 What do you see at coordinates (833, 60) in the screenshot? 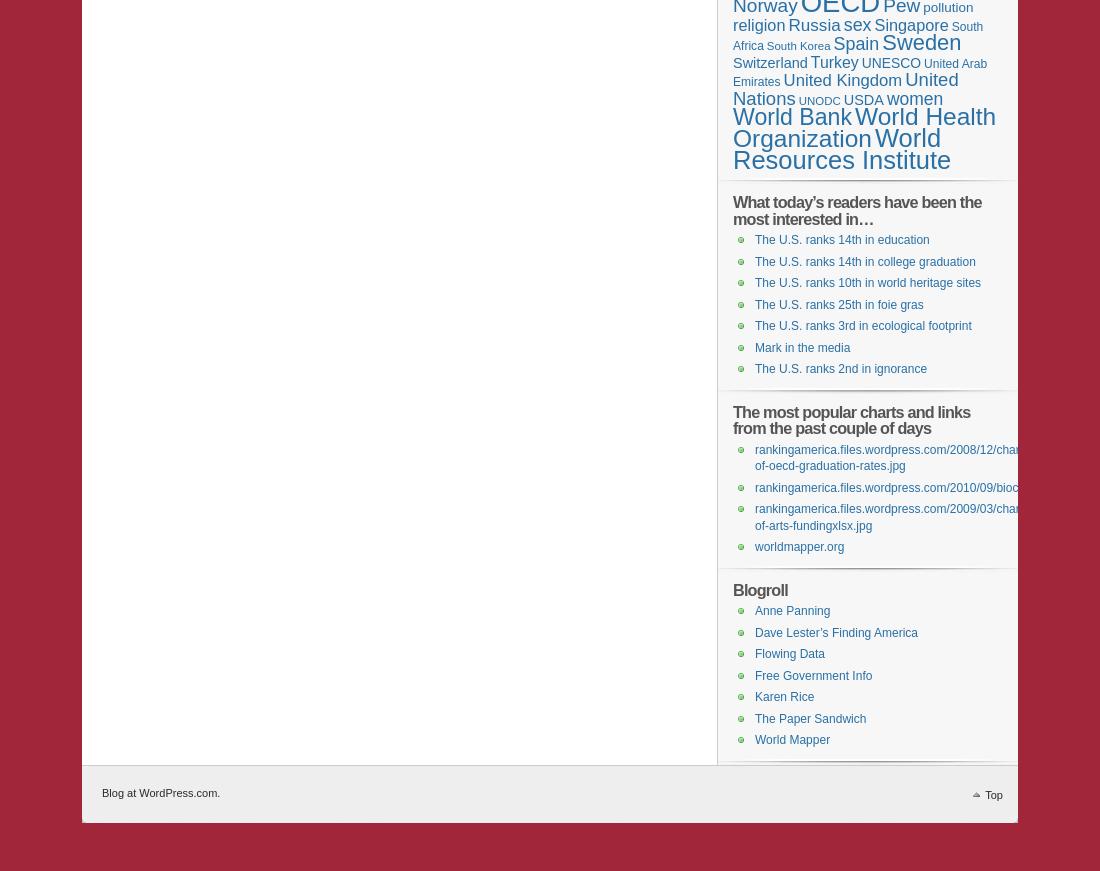
I see `'Turkey'` at bounding box center [833, 60].